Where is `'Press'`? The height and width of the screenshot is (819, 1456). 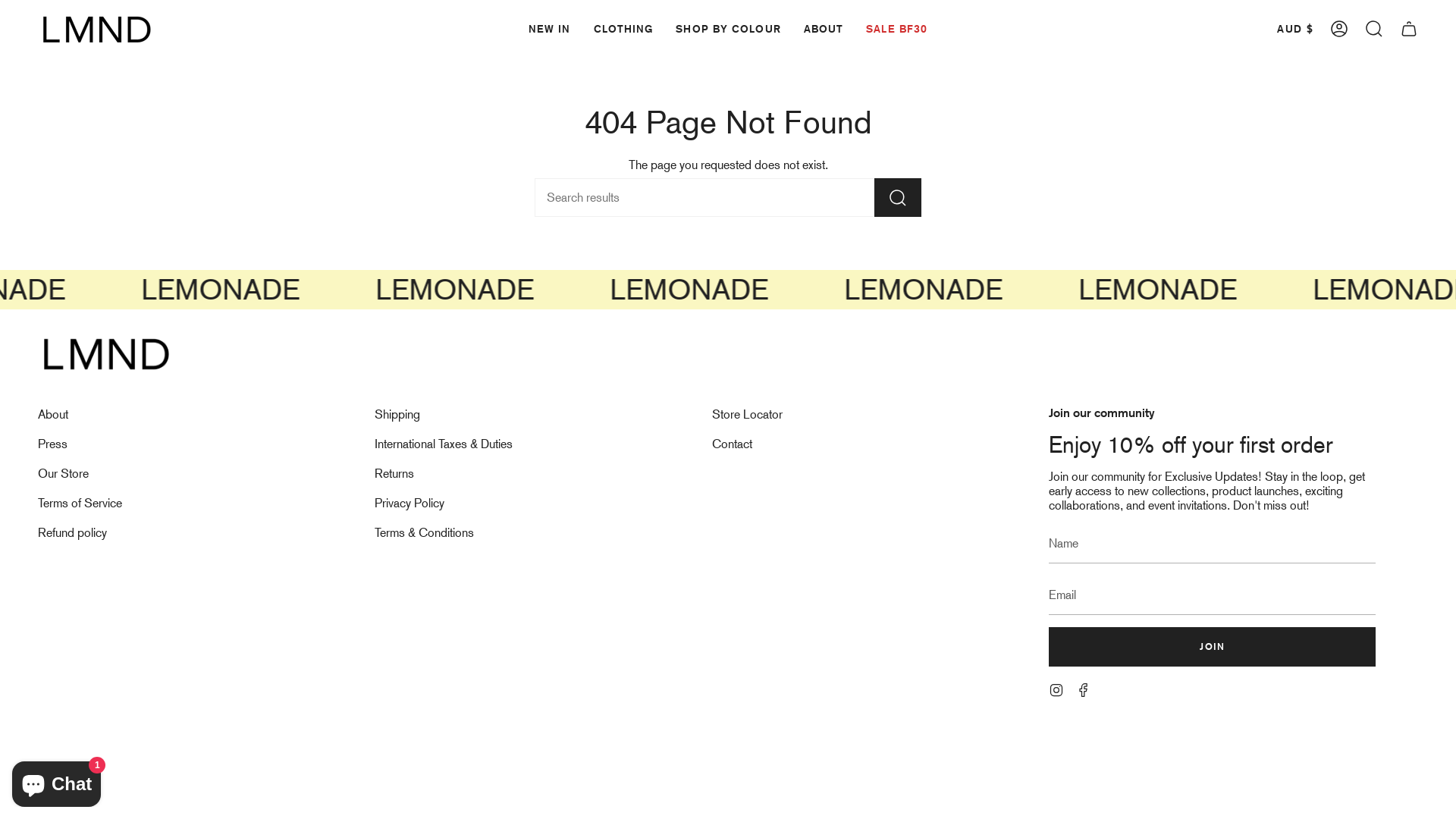 'Press' is located at coordinates (52, 444).